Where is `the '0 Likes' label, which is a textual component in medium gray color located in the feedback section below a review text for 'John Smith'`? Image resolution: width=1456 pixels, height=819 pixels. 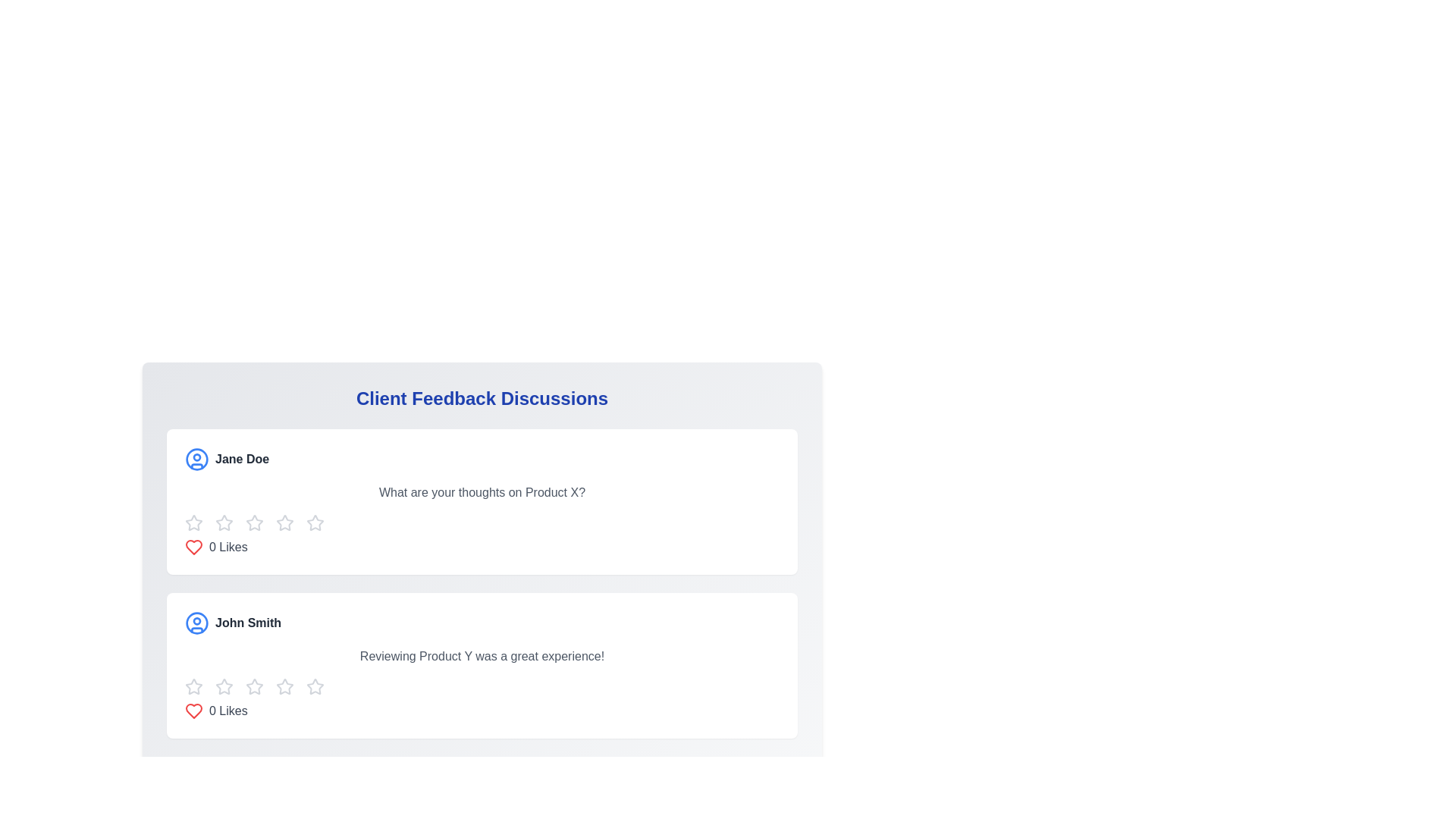
the '0 Likes' label, which is a textual component in medium gray color located in the feedback section below a review text for 'John Smith' is located at coordinates (227, 711).